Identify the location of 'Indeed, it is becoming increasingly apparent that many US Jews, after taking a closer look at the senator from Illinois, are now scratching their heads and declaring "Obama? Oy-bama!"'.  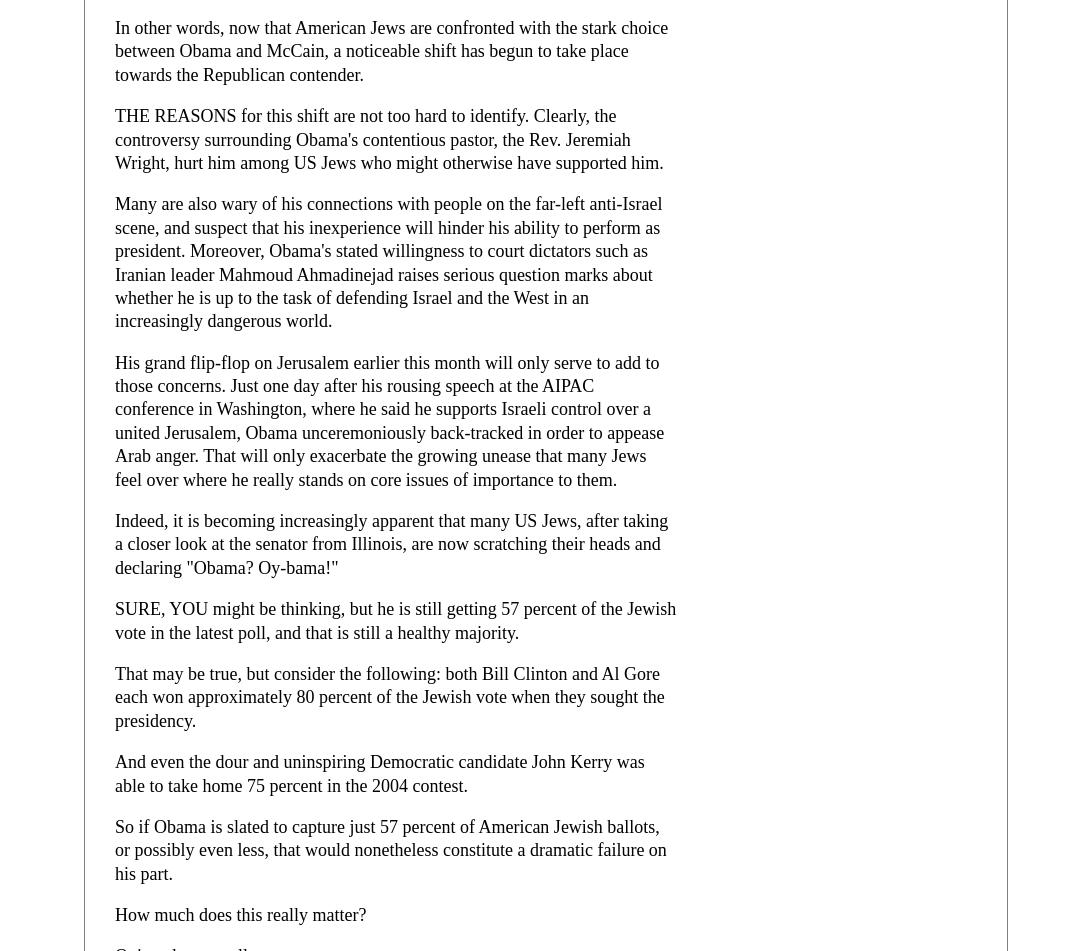
(391, 542).